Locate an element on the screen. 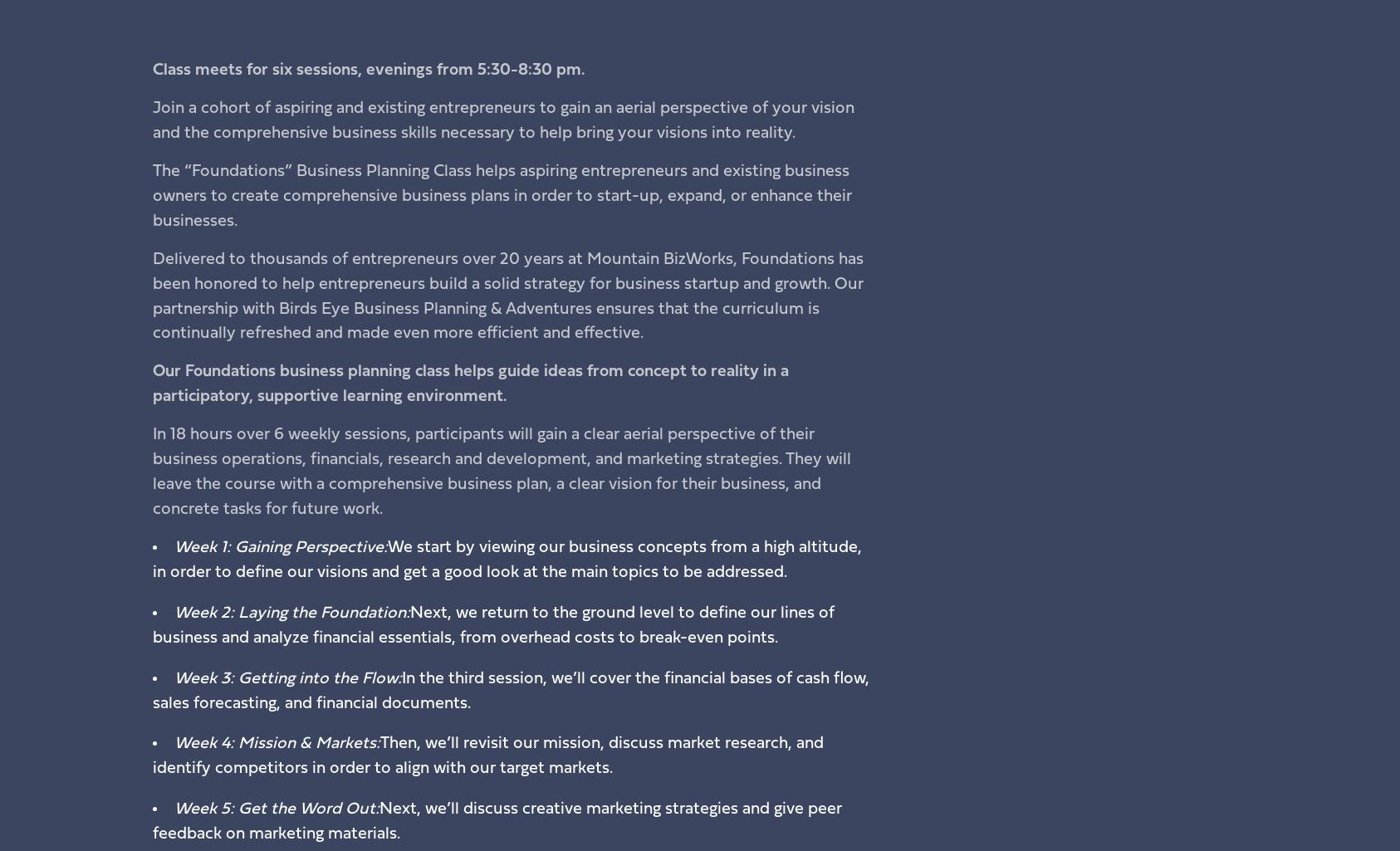 The width and height of the screenshot is (1400, 851). 'Week 4: Mission & Markets:' is located at coordinates (275, 742).